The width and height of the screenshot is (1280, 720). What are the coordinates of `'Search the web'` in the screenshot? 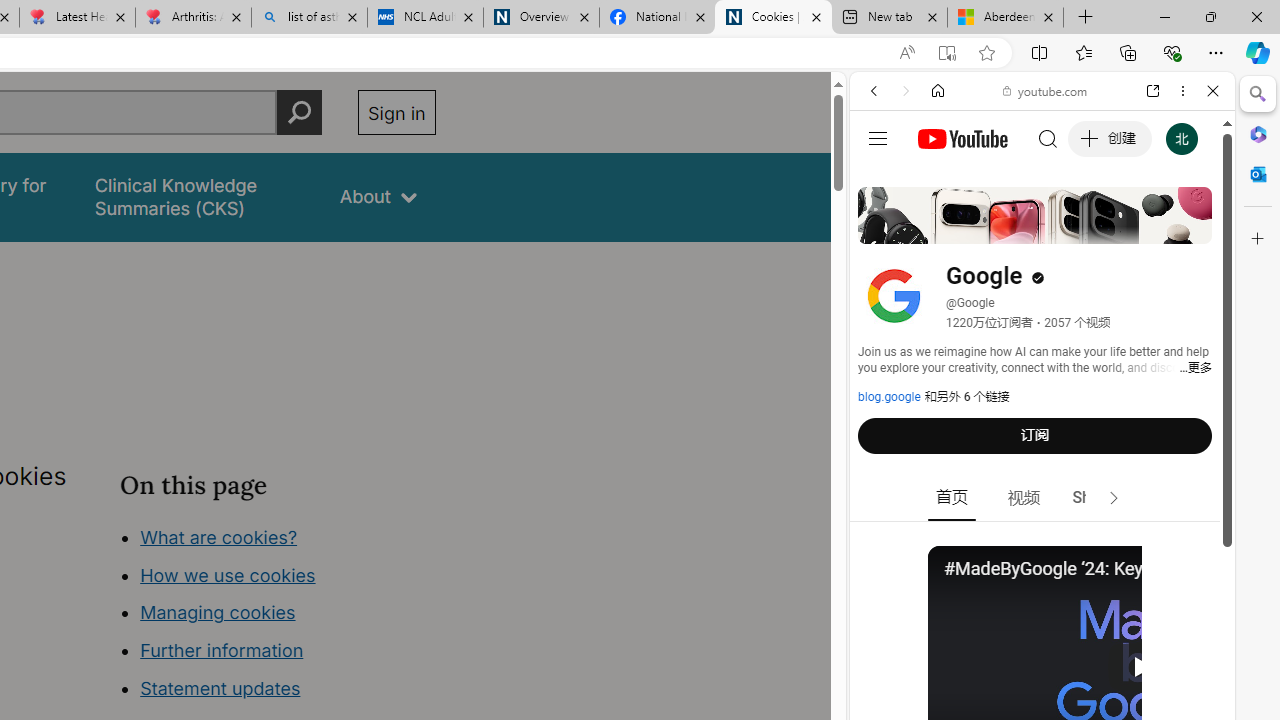 It's located at (1051, 137).